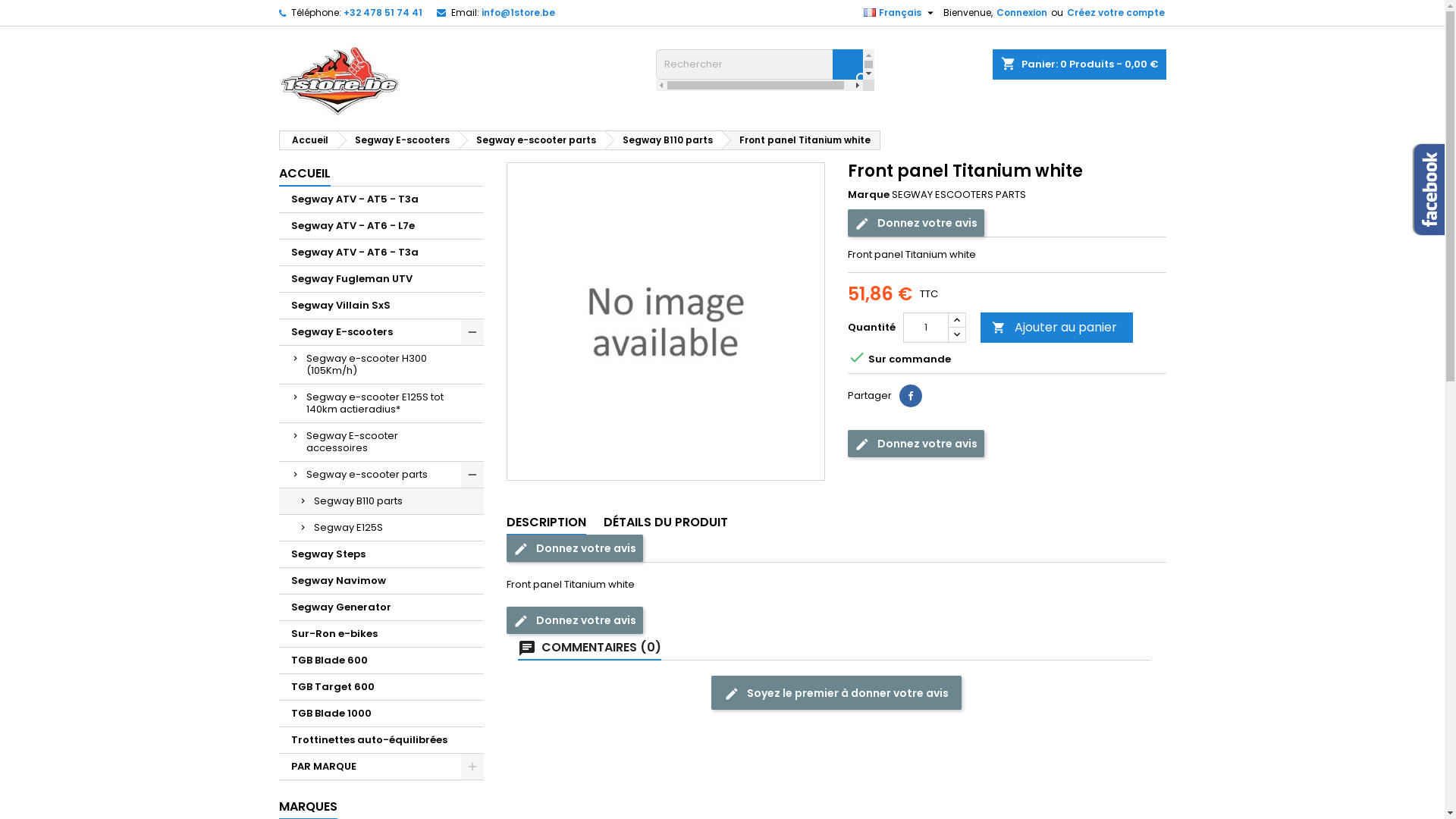  What do you see at coordinates (958, 193) in the screenshot?
I see `'SEGWAY ESCOOTERS PARTS'` at bounding box center [958, 193].